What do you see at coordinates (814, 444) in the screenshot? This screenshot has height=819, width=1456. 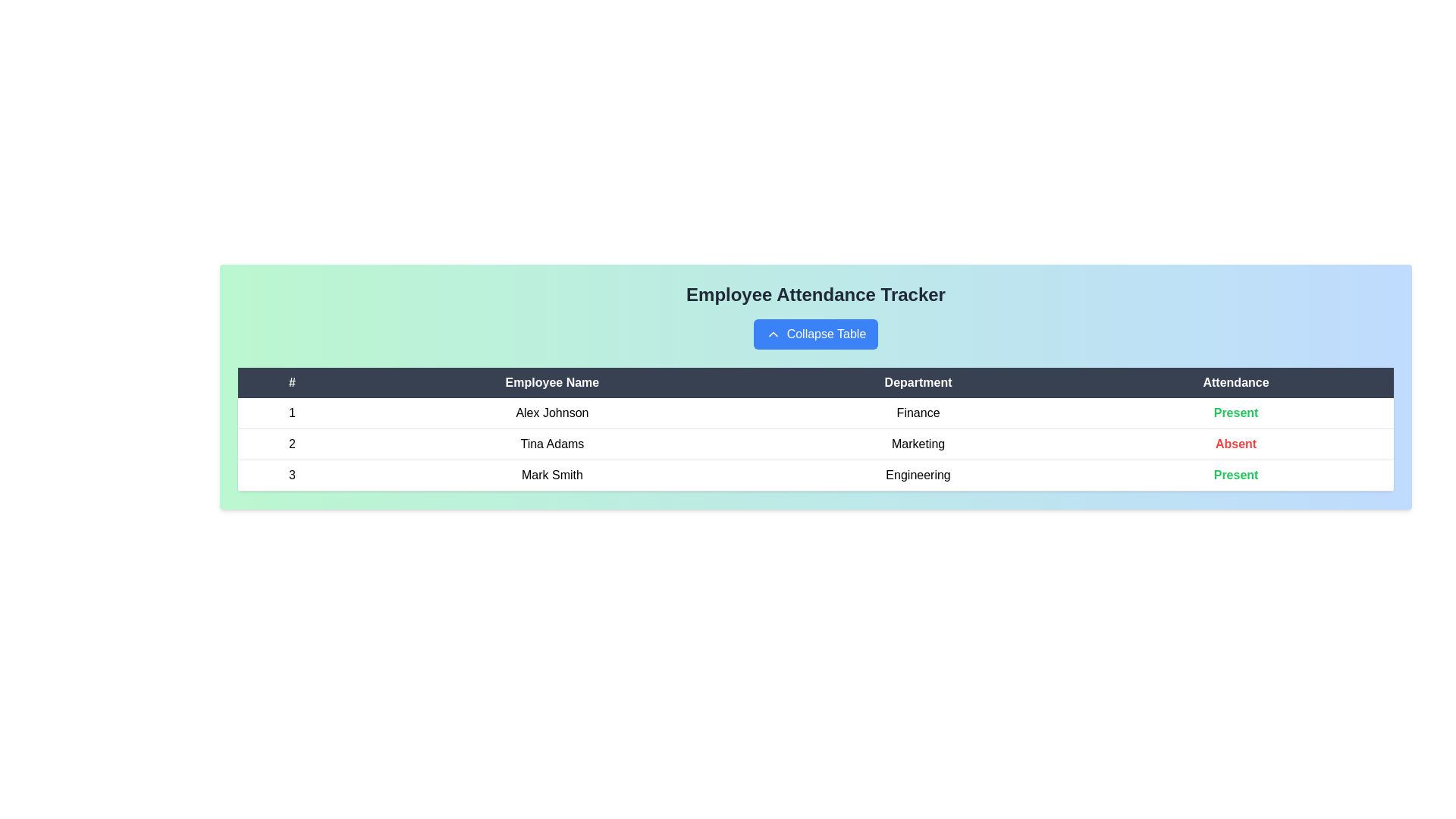 I see `the row corresponding to 2 to highlight it` at bounding box center [814, 444].